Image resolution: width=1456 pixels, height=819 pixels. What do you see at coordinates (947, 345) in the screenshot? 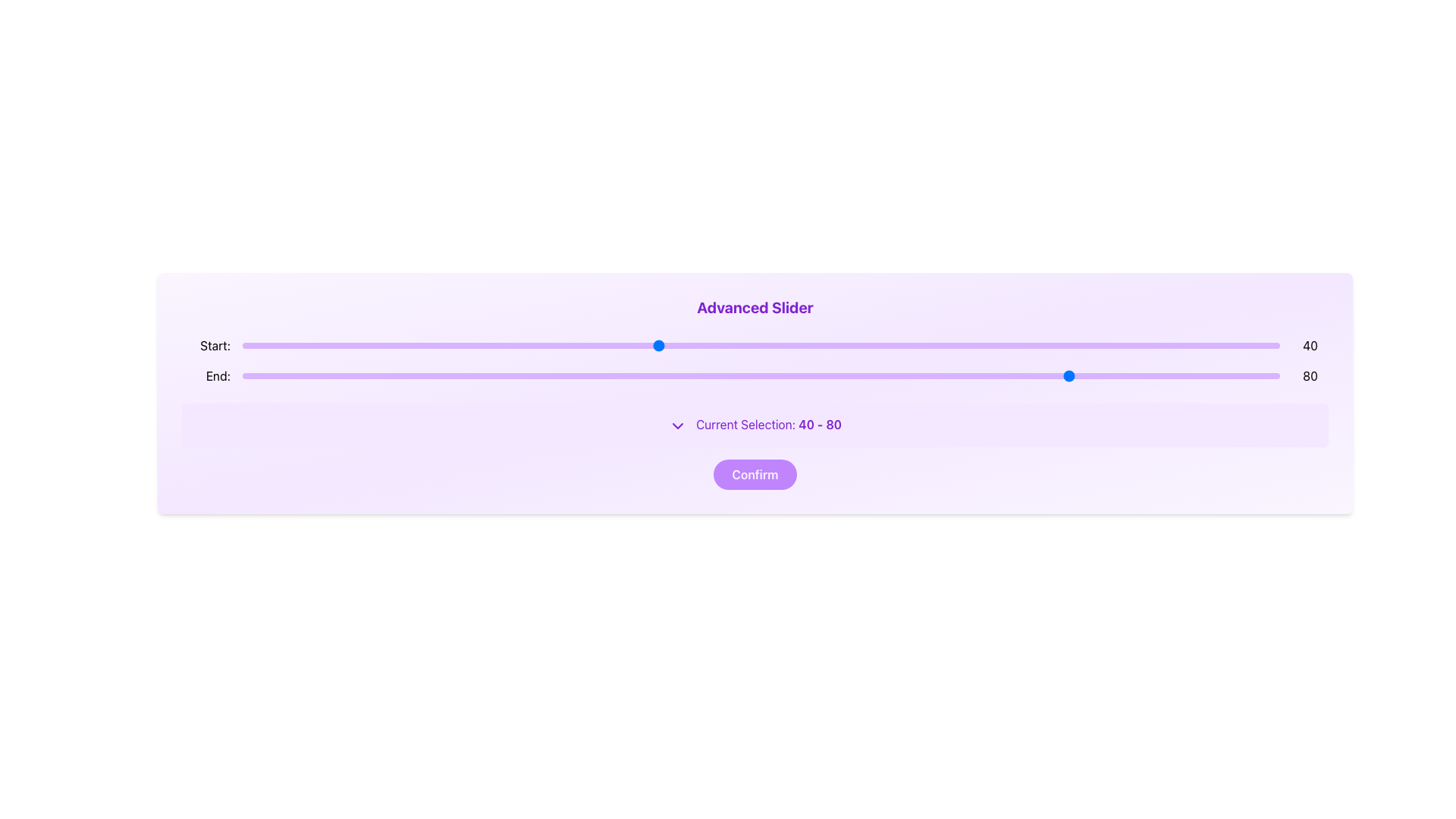
I see `the advanced slider` at bounding box center [947, 345].